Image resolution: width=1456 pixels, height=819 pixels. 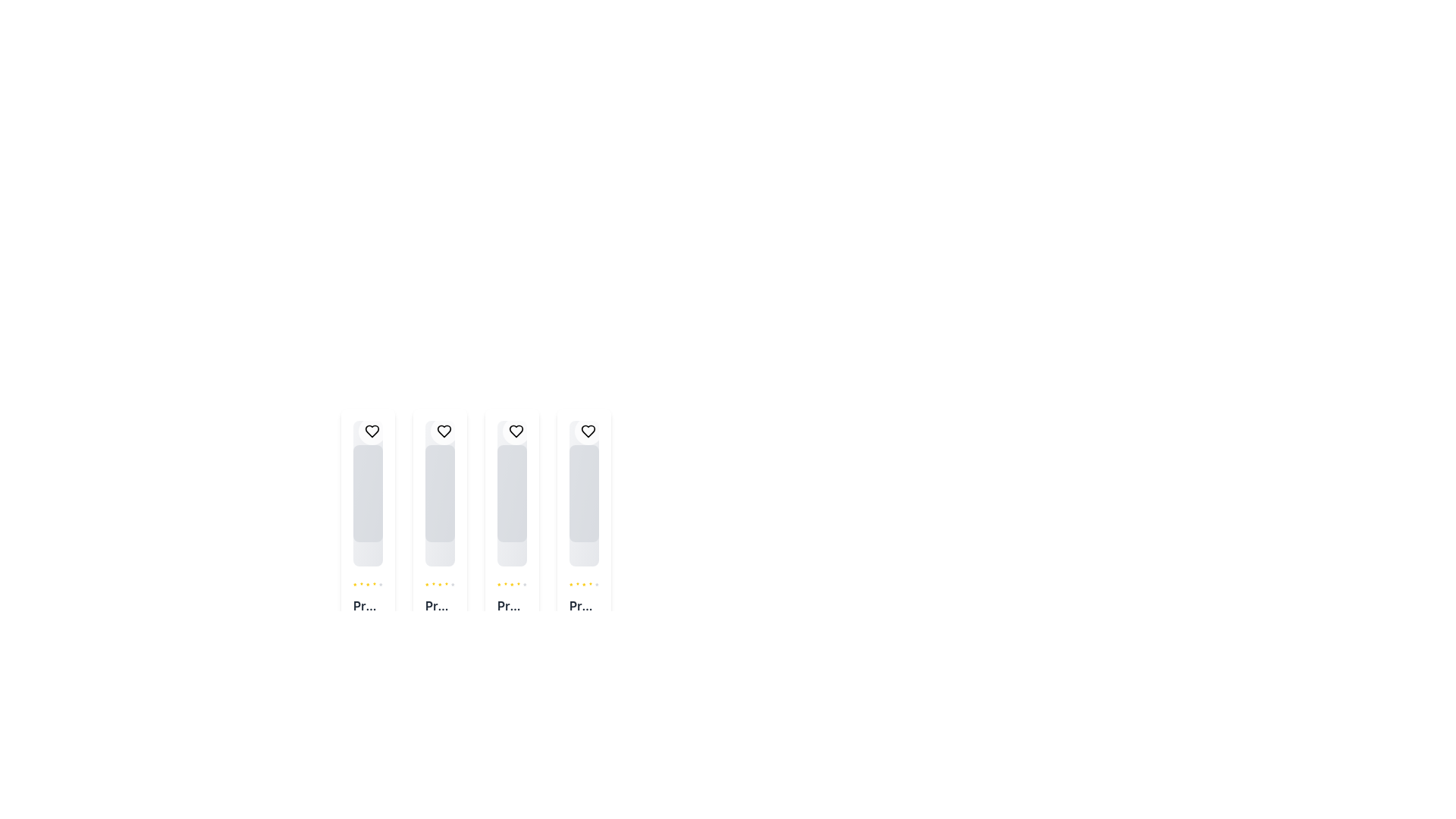 I want to click on the category section of the product card, so click(x=439, y=623).